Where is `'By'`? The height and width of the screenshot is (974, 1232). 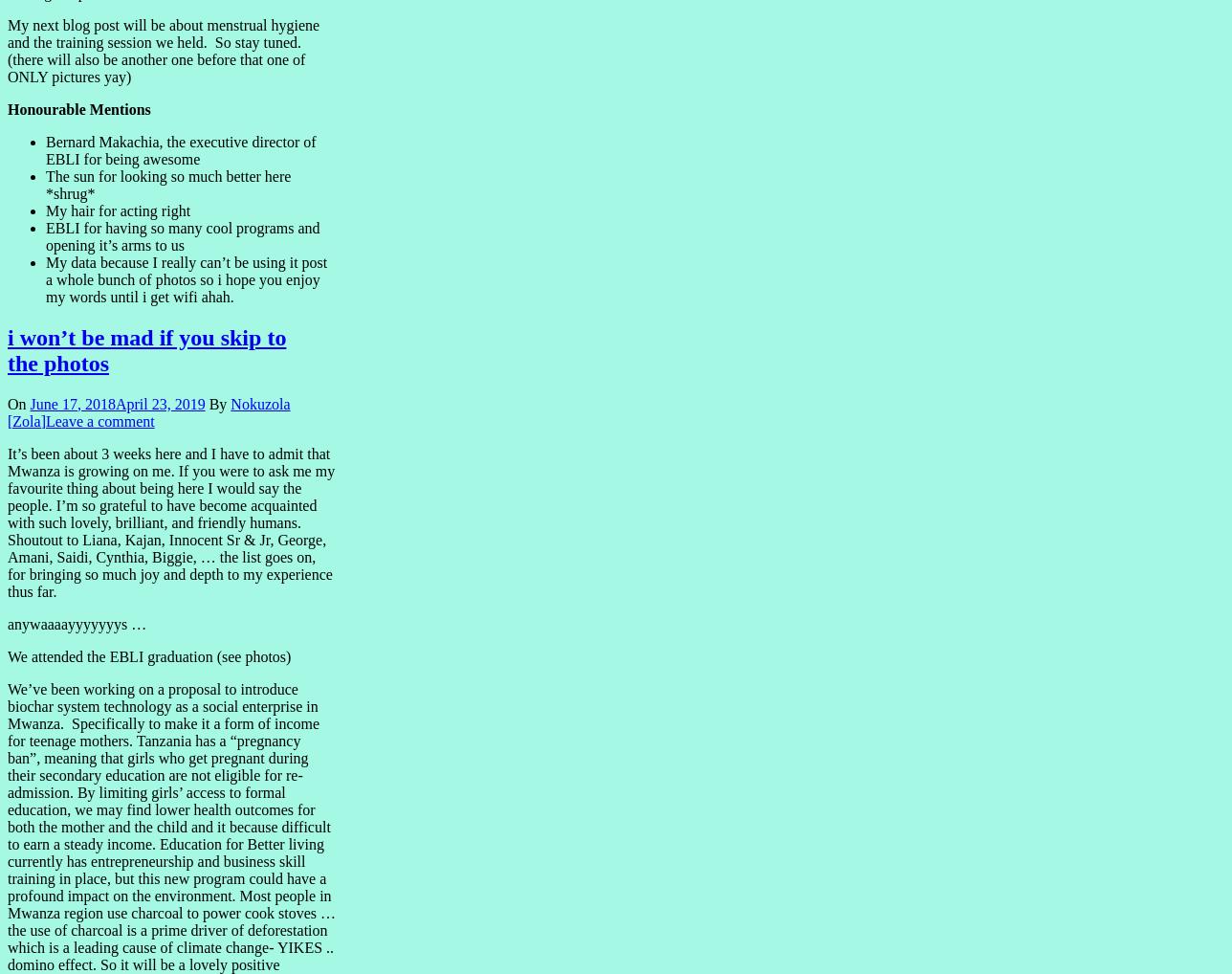
'By' is located at coordinates (217, 402).